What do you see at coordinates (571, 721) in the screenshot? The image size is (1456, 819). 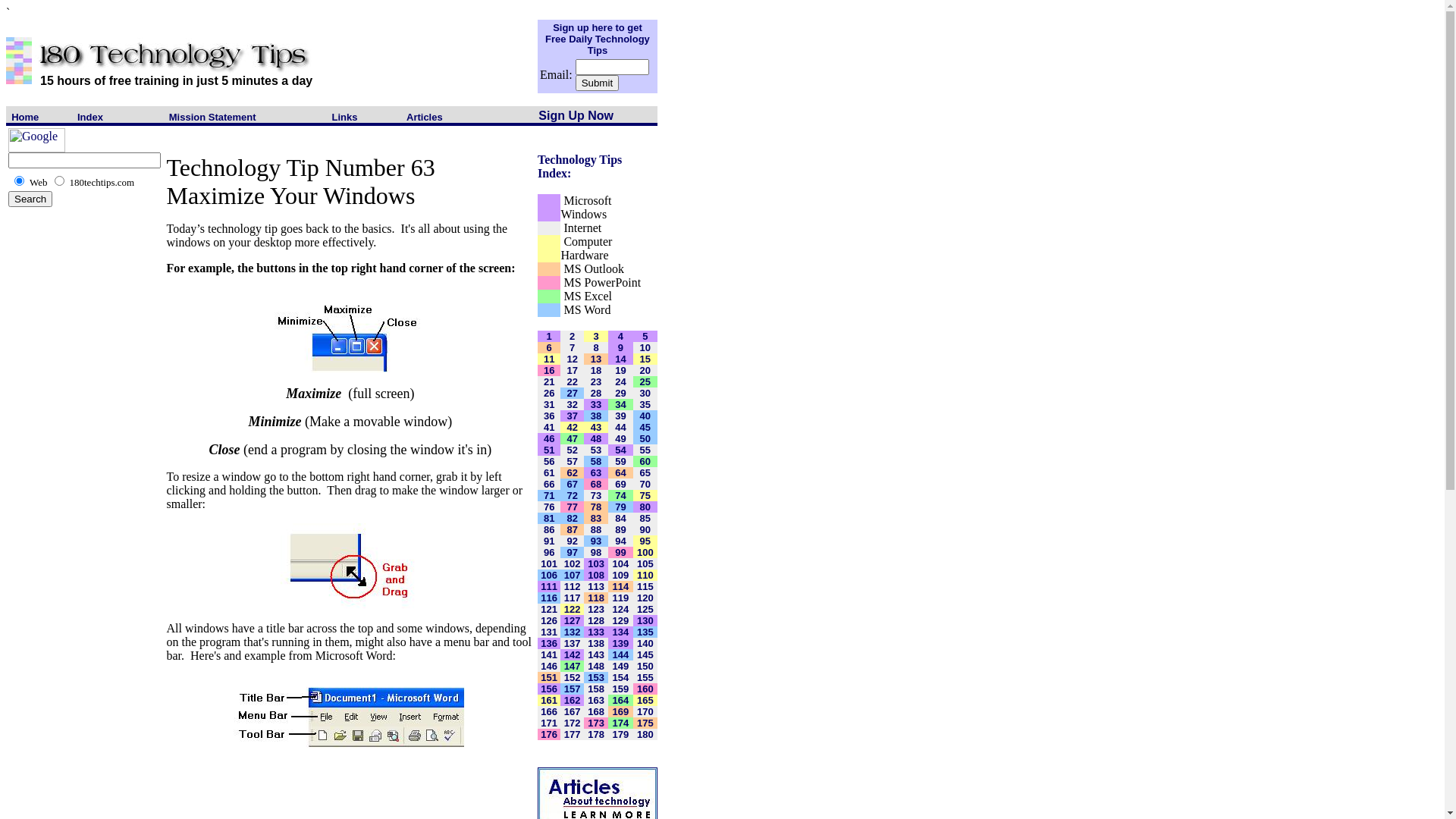 I see `'172'` at bounding box center [571, 721].